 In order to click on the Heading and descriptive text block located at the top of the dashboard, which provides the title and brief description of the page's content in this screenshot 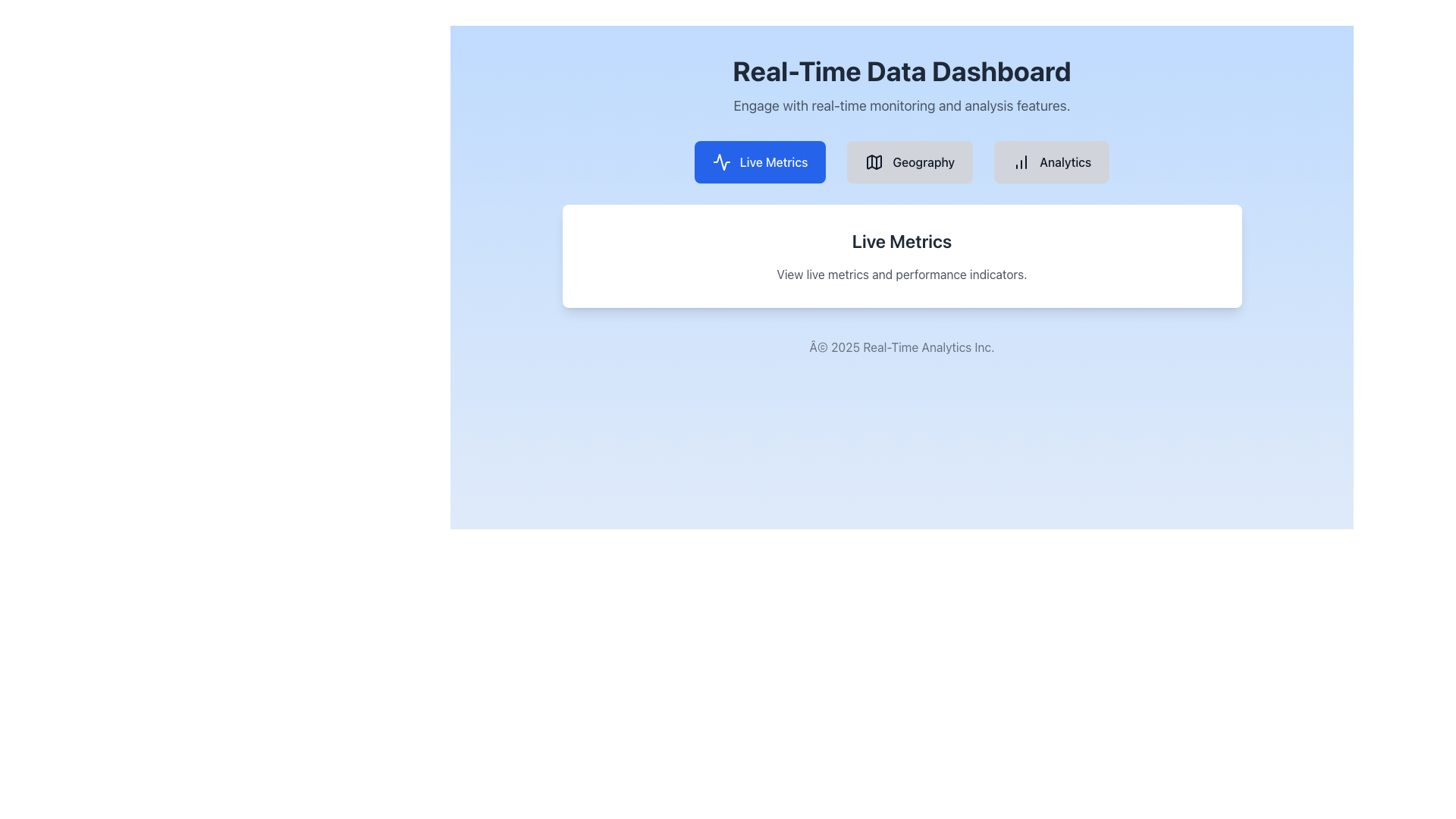, I will do `click(902, 86)`.